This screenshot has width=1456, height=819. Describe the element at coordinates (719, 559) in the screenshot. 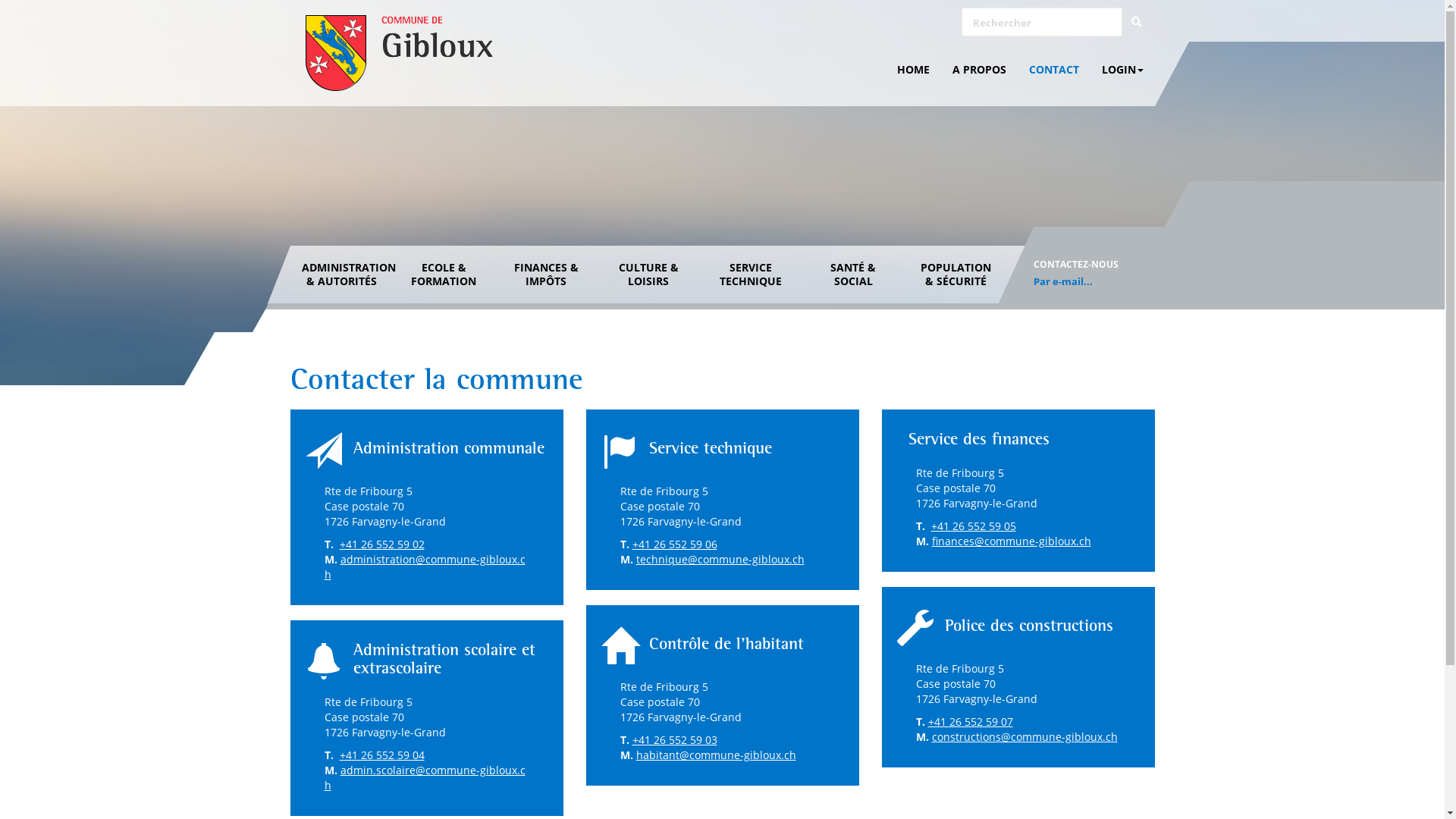

I see `'technique@commune-gibloux.ch'` at that location.